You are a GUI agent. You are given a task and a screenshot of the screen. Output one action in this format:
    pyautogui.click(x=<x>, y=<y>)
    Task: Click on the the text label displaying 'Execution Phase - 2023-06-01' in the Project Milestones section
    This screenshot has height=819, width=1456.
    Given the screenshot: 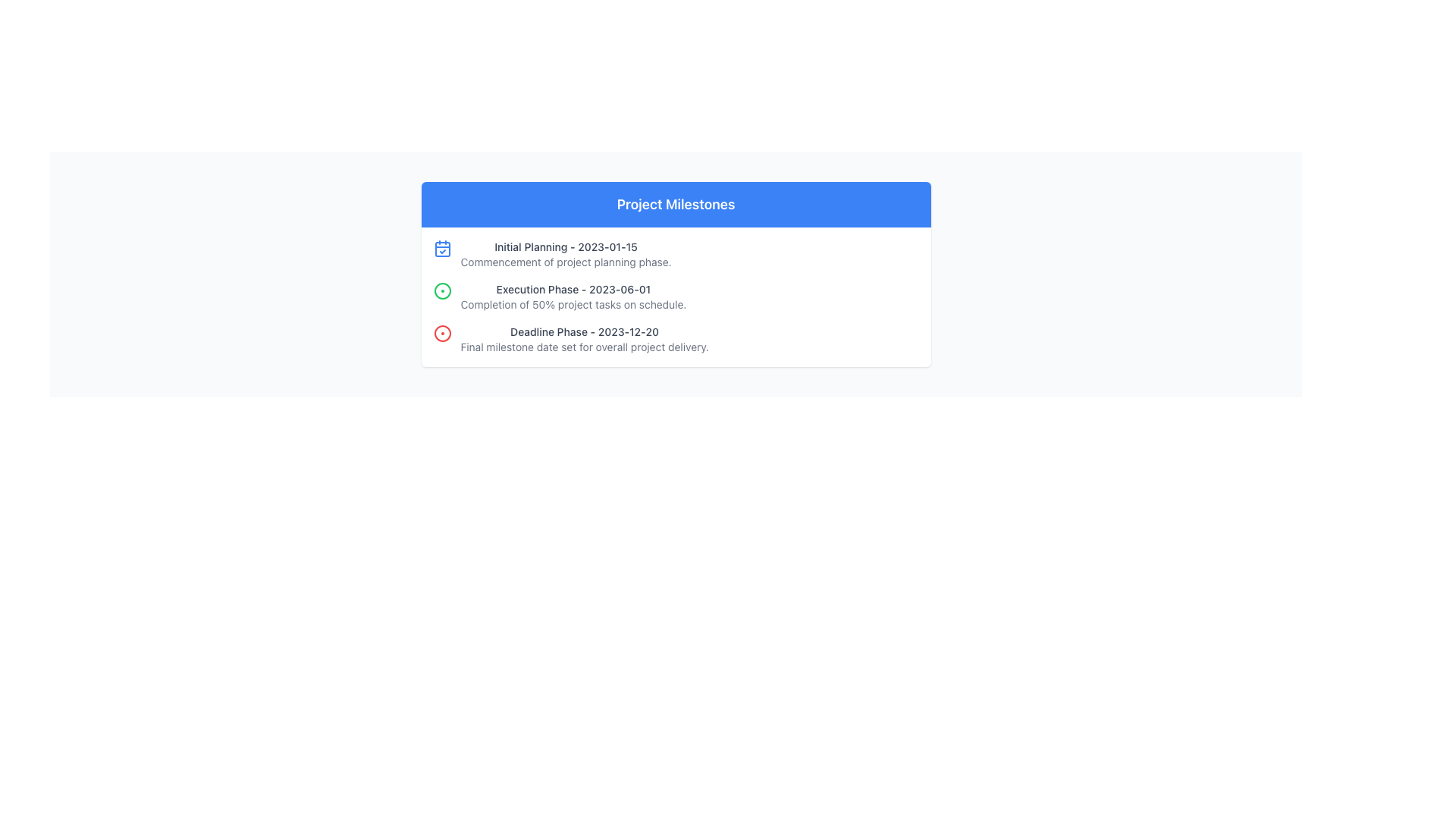 What is the action you would take?
    pyautogui.click(x=573, y=289)
    